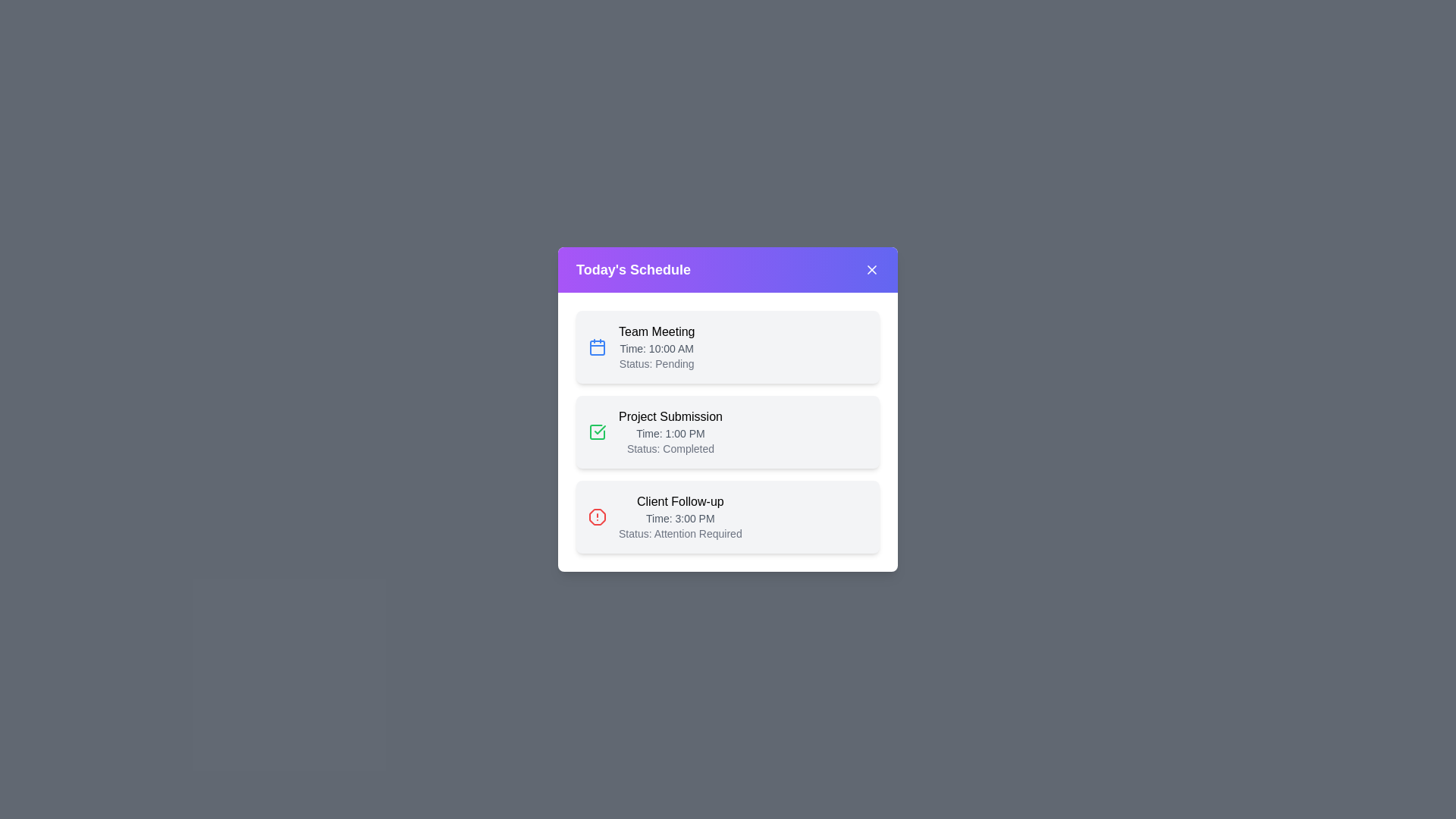  What do you see at coordinates (872, 268) in the screenshot?
I see `the close button (X) to close the dialog box` at bounding box center [872, 268].